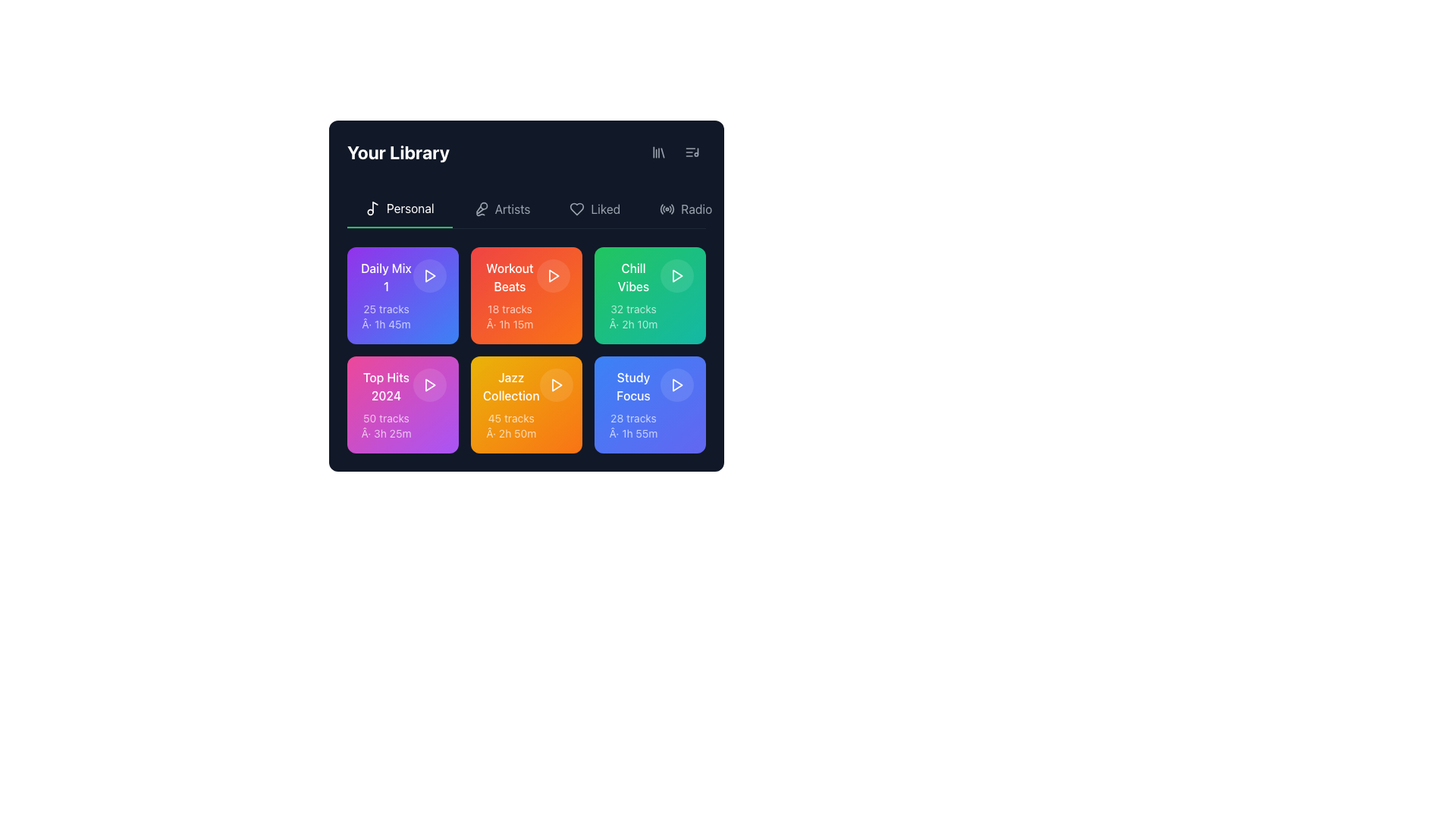 The image size is (1456, 819). I want to click on the information of the 'Daily Mix 1' playlist card located in the top-left corner of 'Your Library', so click(403, 295).